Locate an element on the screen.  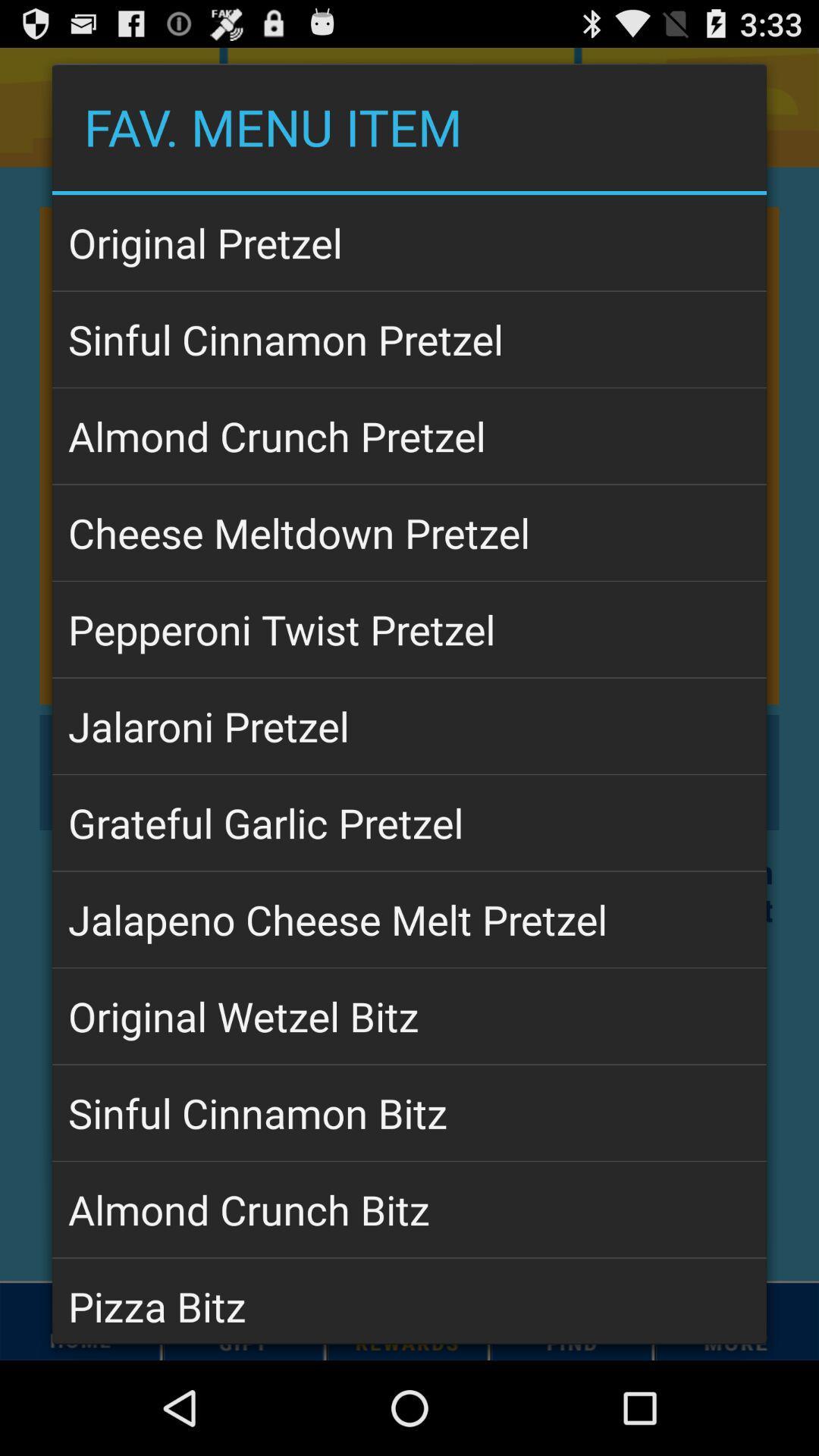
app above pepperoni twist pretzel is located at coordinates (409, 532).